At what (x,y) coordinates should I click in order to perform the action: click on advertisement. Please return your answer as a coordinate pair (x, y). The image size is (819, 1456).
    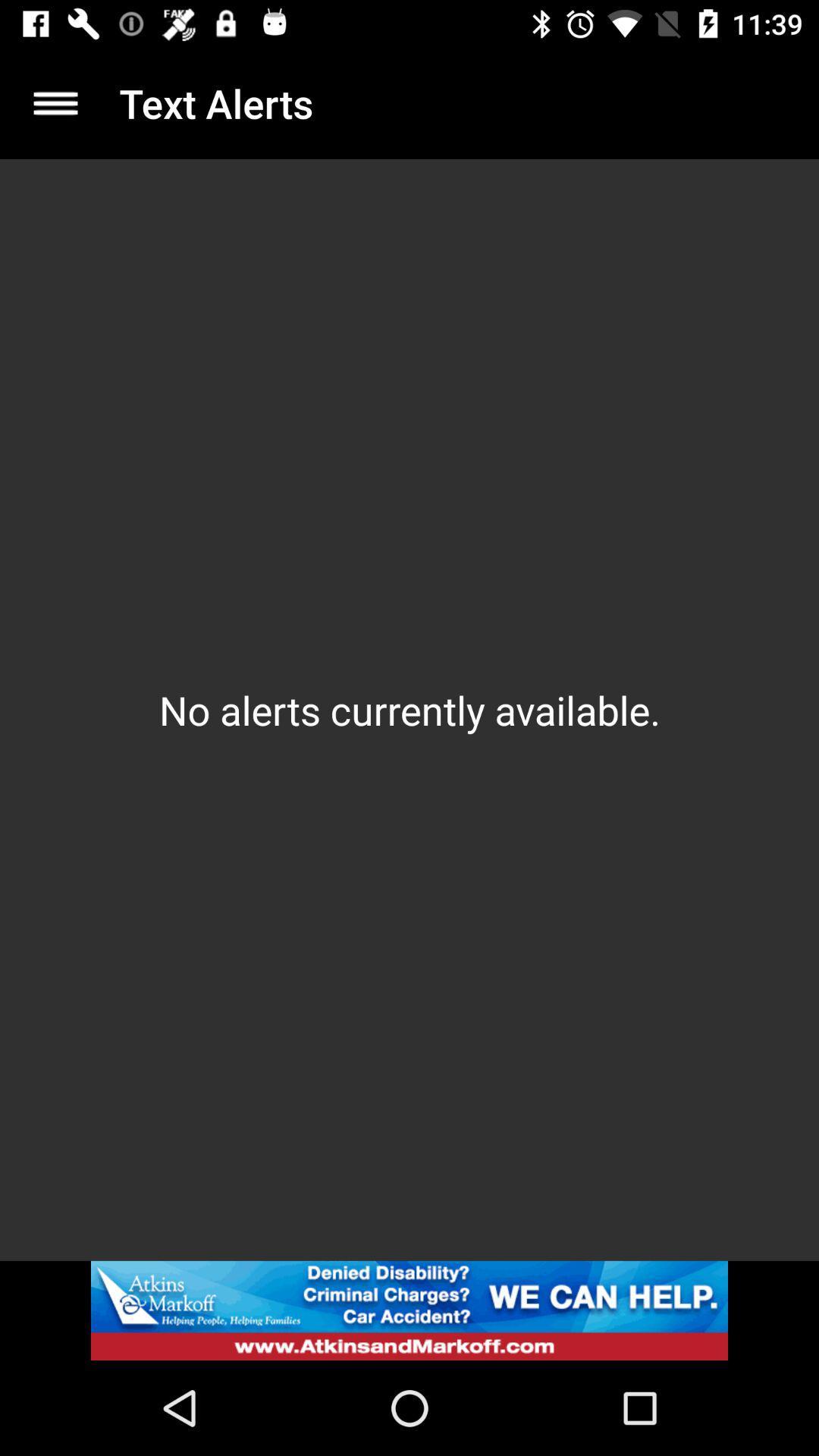
    Looking at the image, I should click on (409, 1310).